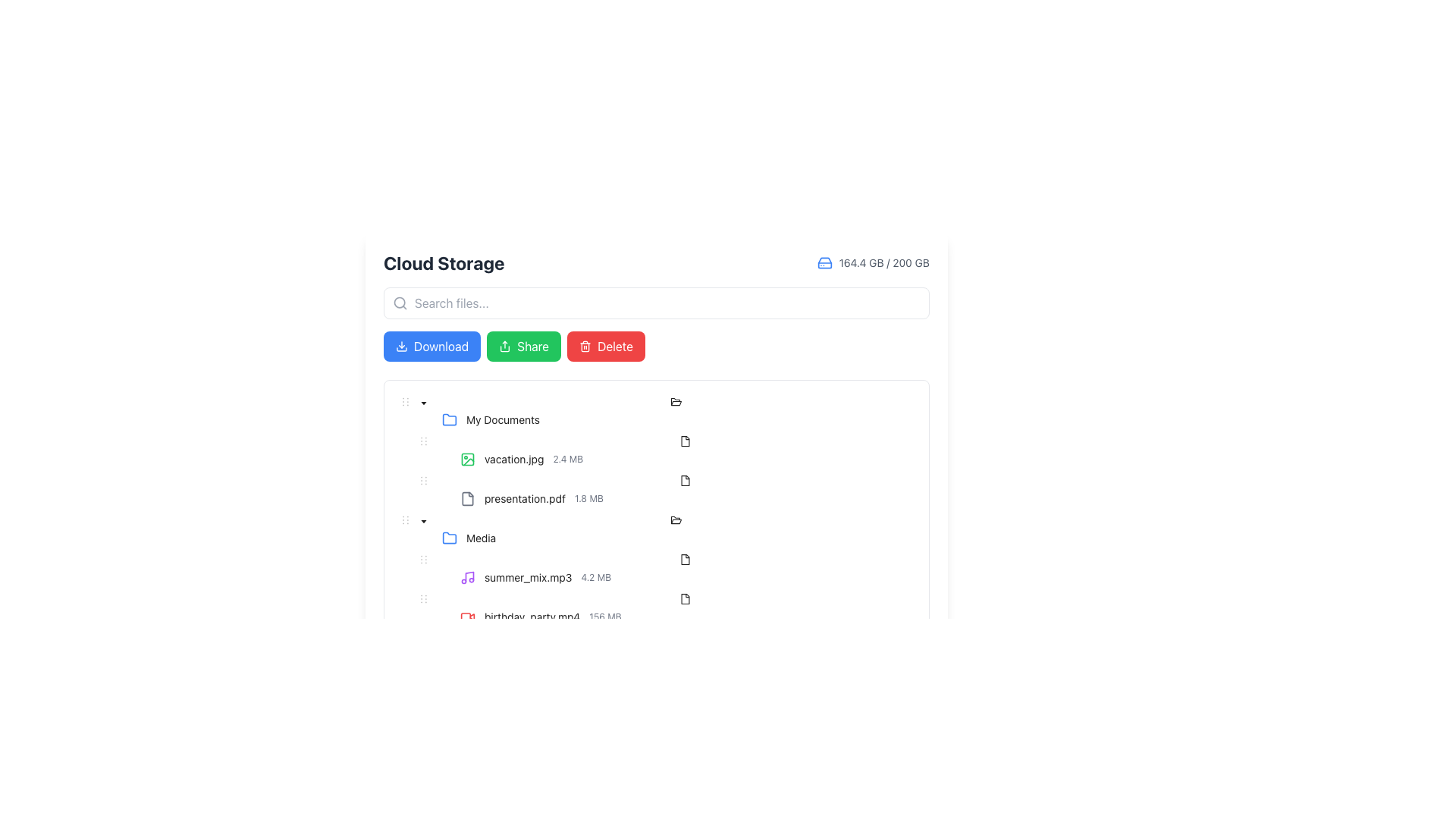  What do you see at coordinates (656, 303) in the screenshot?
I see `the search input field below the 'Cloud Storage' title to focus on it` at bounding box center [656, 303].